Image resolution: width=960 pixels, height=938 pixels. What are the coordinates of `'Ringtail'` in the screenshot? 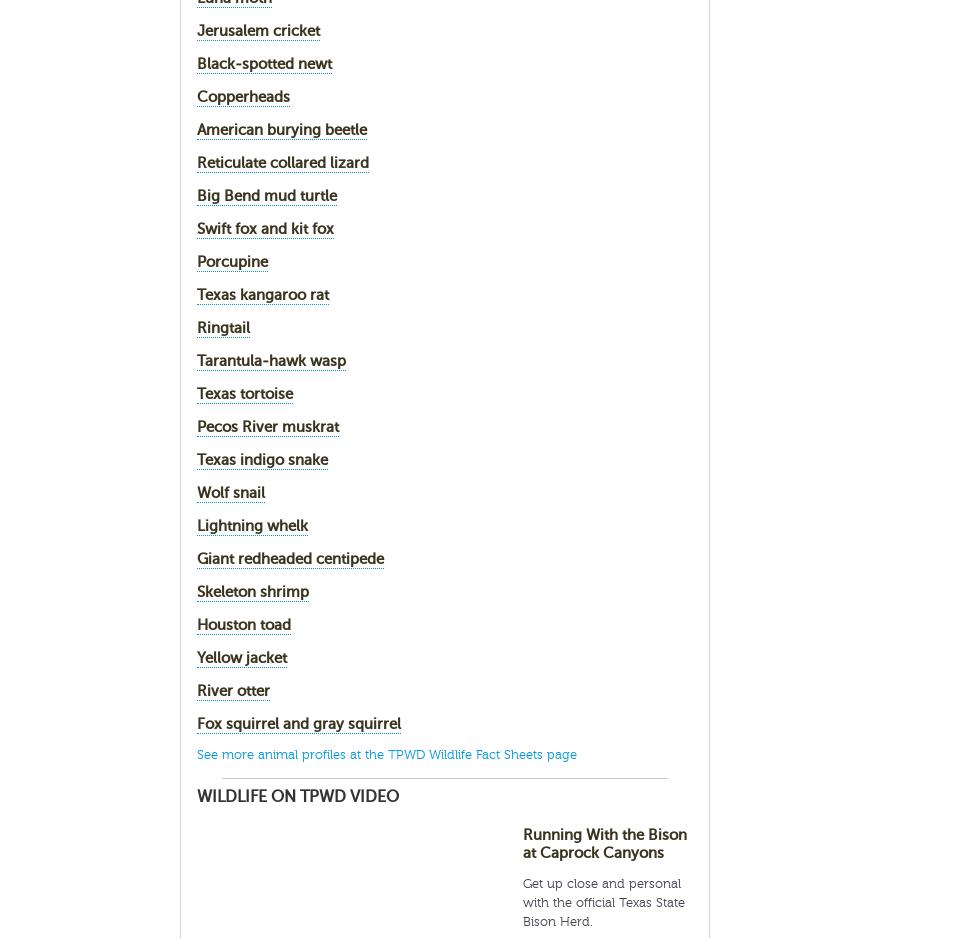 It's located at (223, 327).